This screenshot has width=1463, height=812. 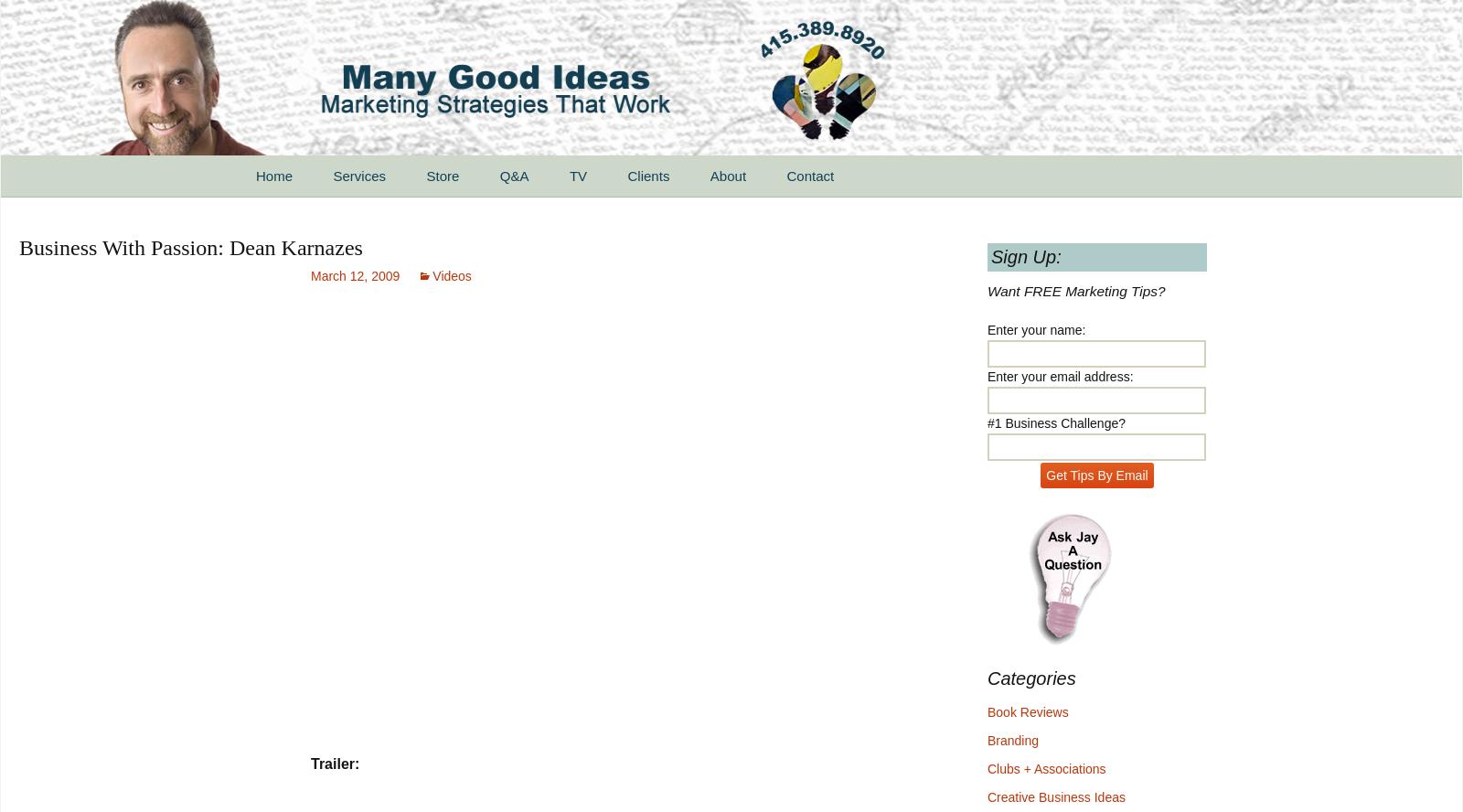 What do you see at coordinates (355, 275) in the screenshot?
I see `'March 12, 2009'` at bounding box center [355, 275].